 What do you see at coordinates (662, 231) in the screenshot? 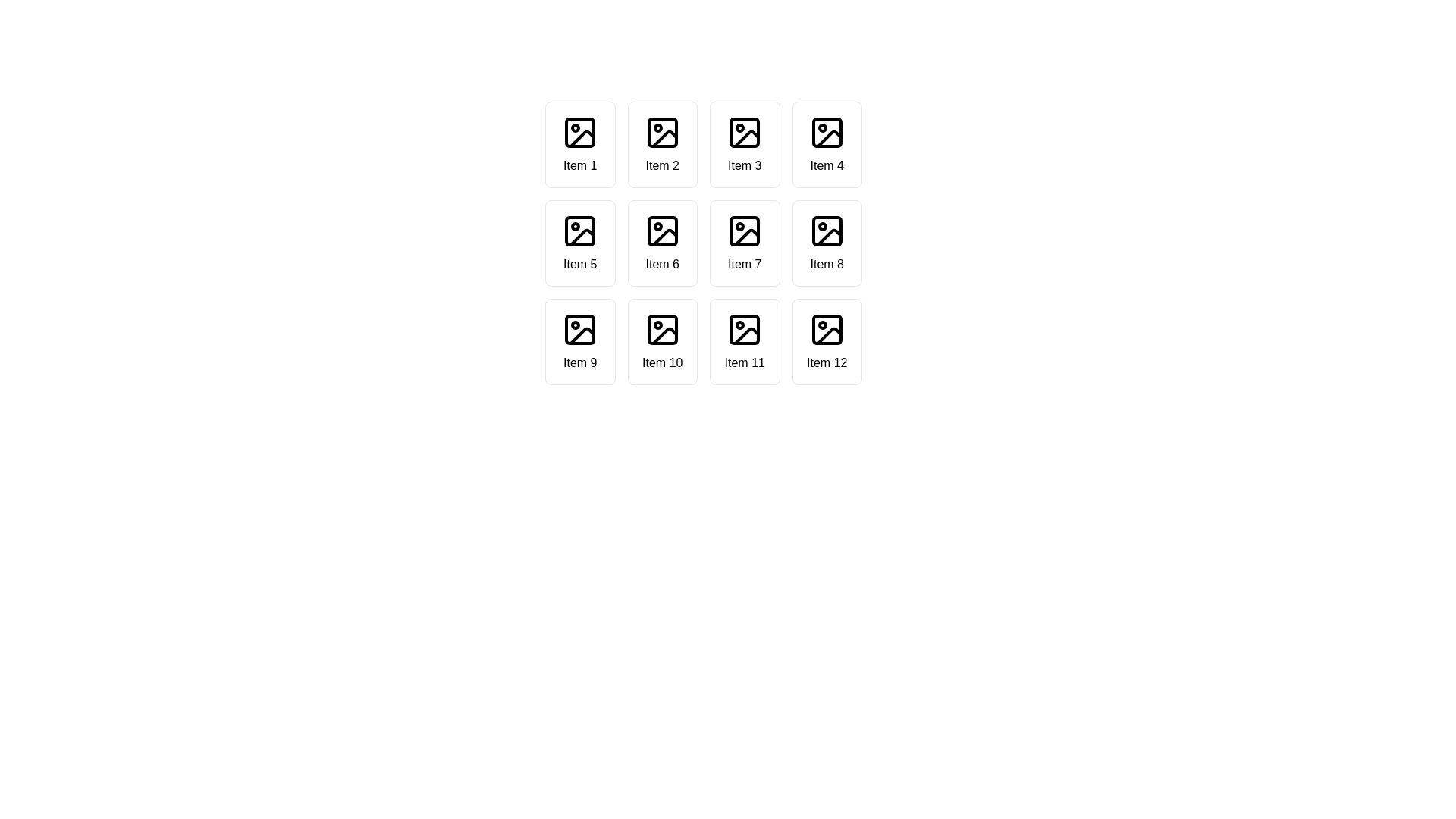
I see `the icon representing images or photos located at the center of 'Item 6', the second item in the second row of the grid` at bounding box center [662, 231].